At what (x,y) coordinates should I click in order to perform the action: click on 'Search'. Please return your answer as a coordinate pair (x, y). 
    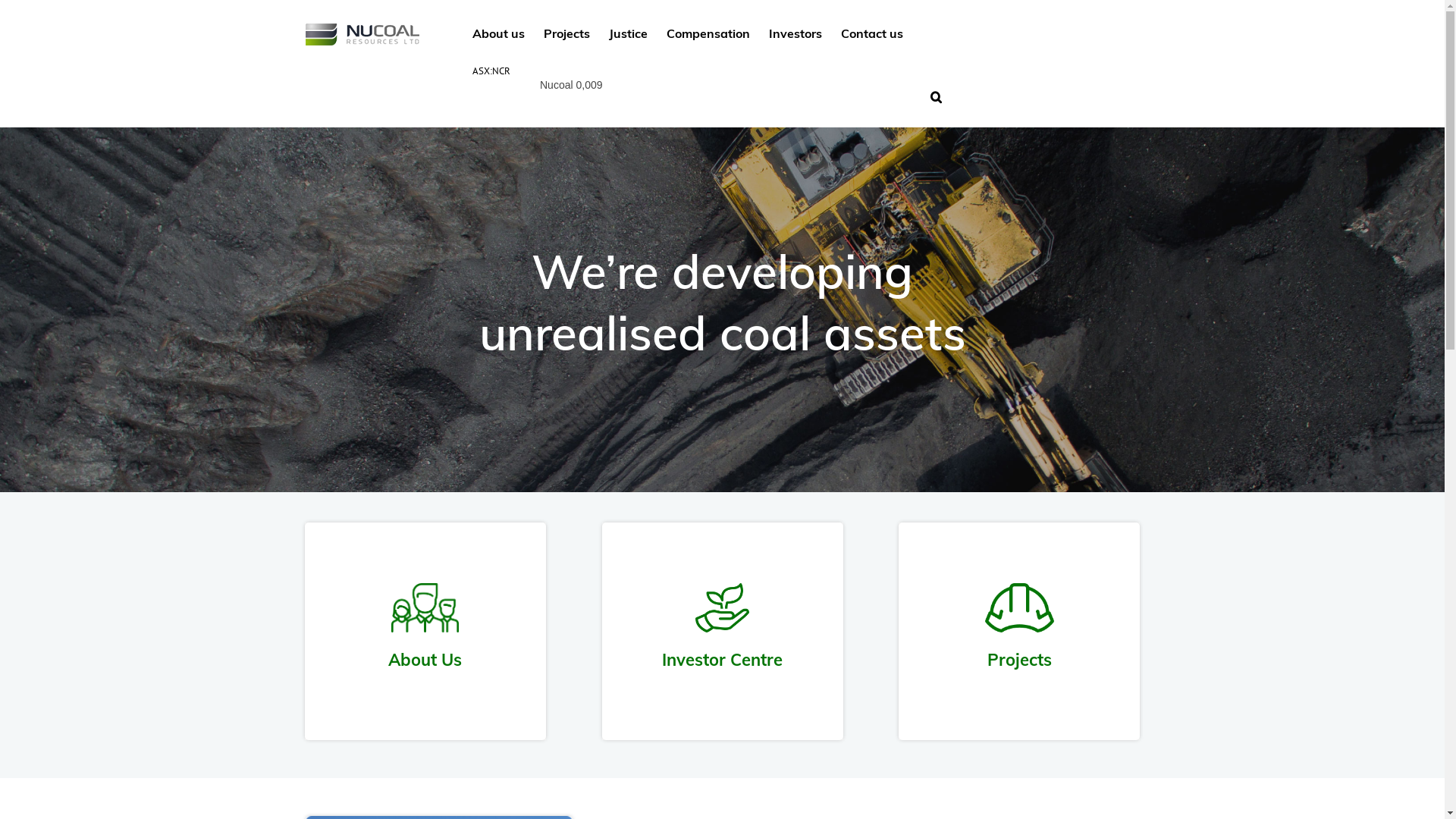
    Looking at the image, I should click on (935, 96).